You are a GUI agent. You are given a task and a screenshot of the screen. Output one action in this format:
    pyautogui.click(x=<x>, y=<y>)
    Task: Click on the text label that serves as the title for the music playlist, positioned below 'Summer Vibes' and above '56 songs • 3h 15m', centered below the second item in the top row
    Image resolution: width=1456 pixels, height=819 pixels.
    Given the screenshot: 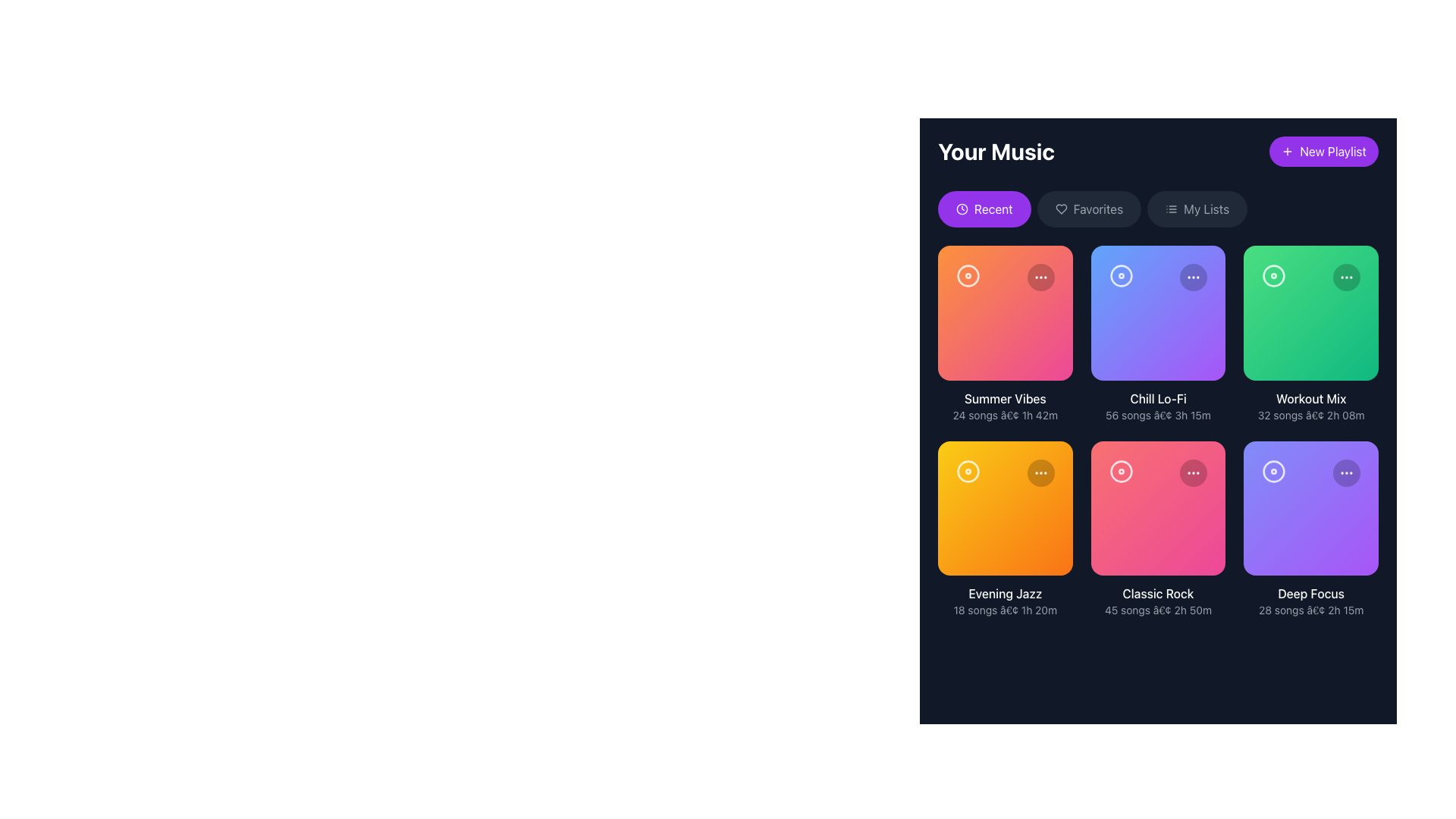 What is the action you would take?
    pyautogui.click(x=1157, y=397)
    